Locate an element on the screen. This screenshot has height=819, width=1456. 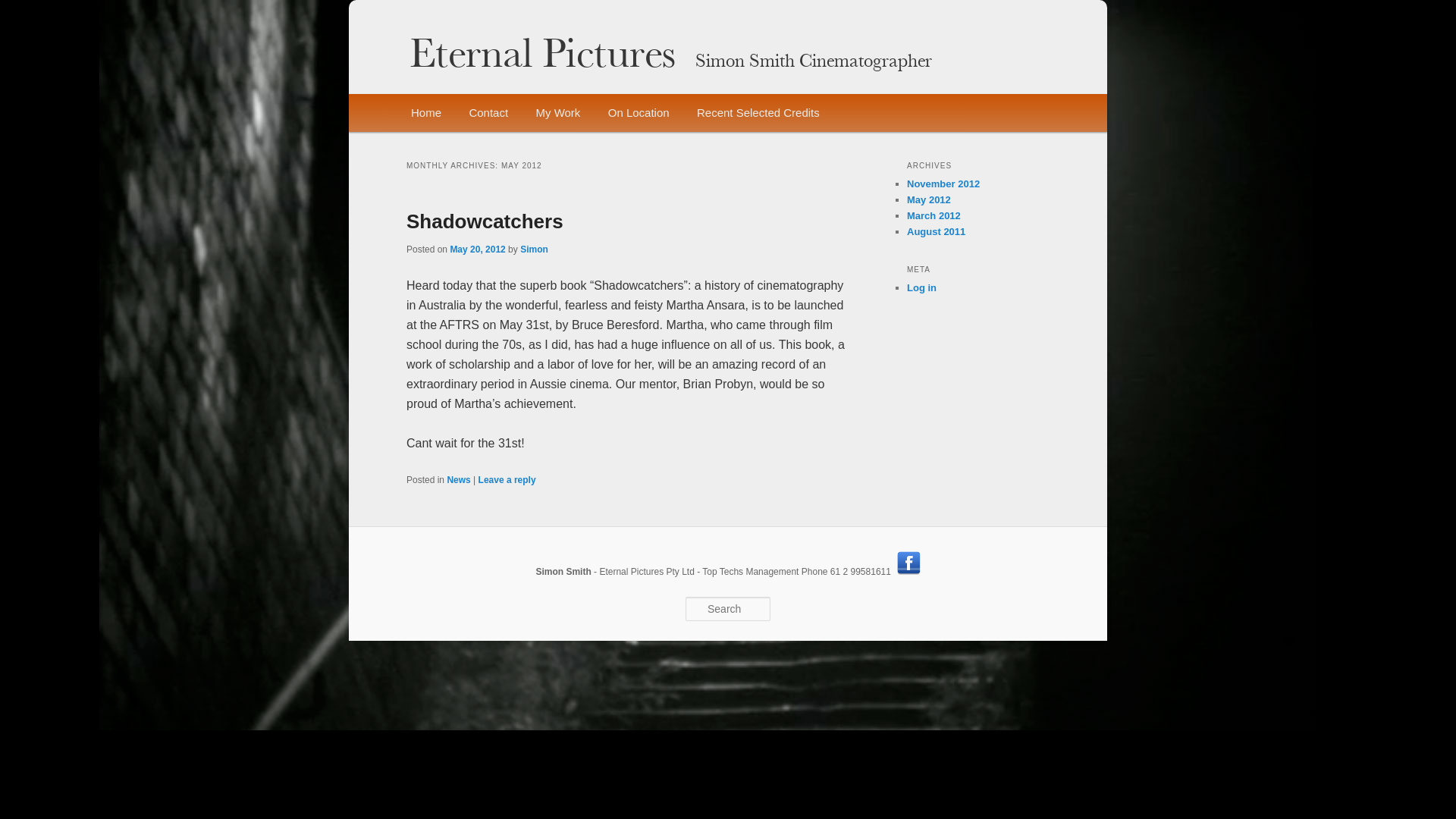
'News' is located at coordinates (457, 479).